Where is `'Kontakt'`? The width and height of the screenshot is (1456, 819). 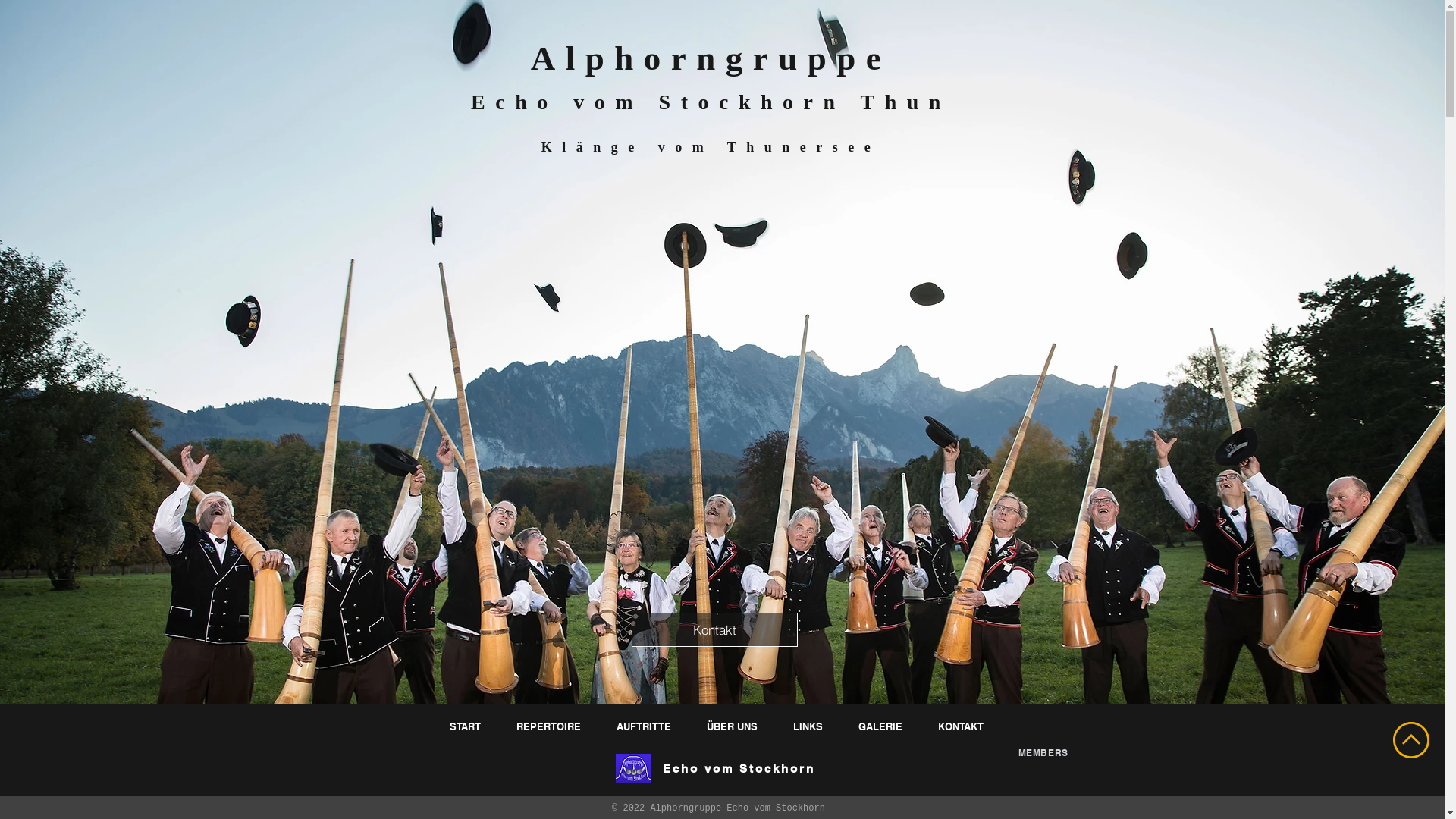
'Kontakt' is located at coordinates (713, 629).